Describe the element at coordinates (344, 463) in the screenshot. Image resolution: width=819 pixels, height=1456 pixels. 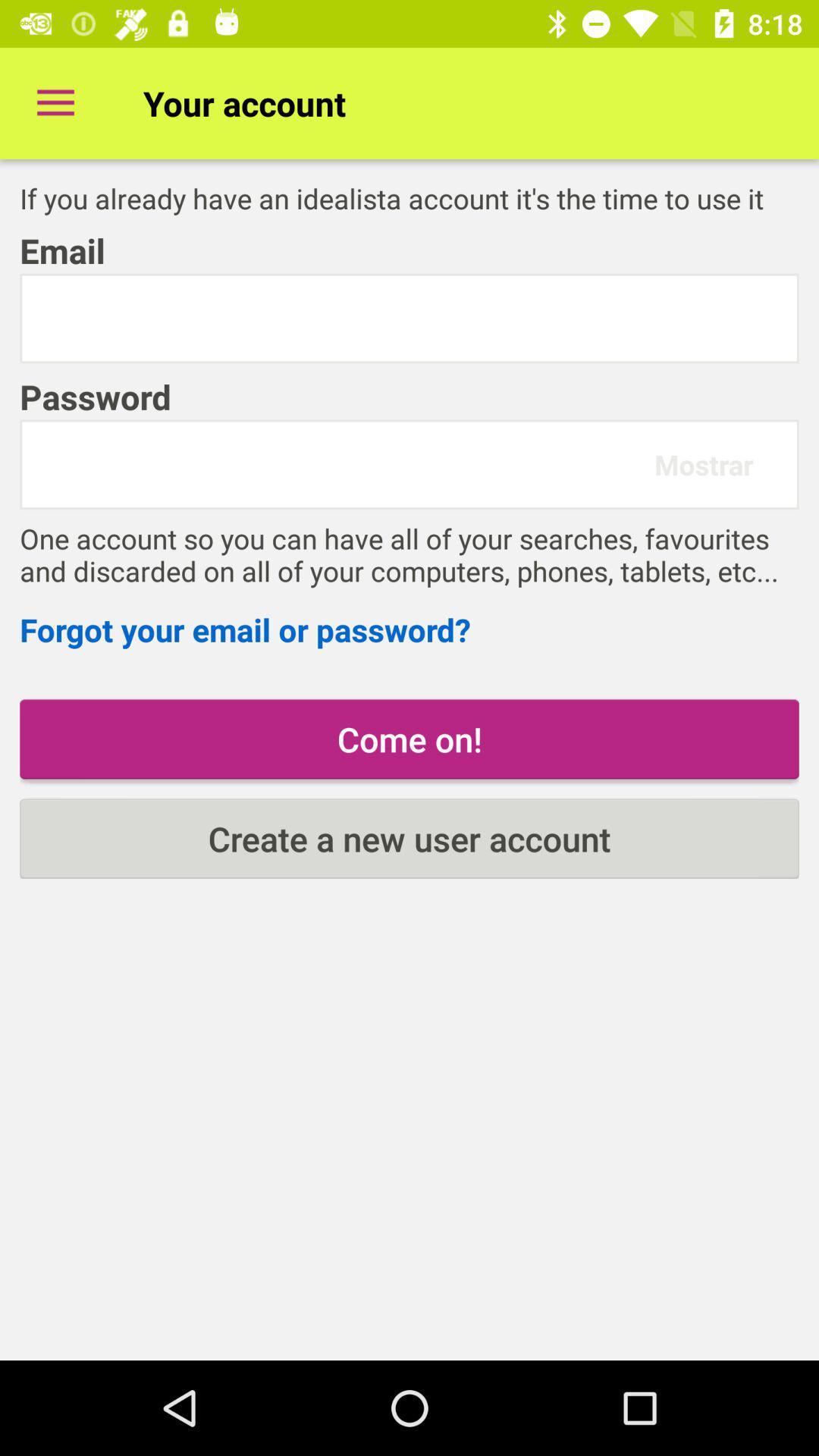
I see `item below the password item` at that location.